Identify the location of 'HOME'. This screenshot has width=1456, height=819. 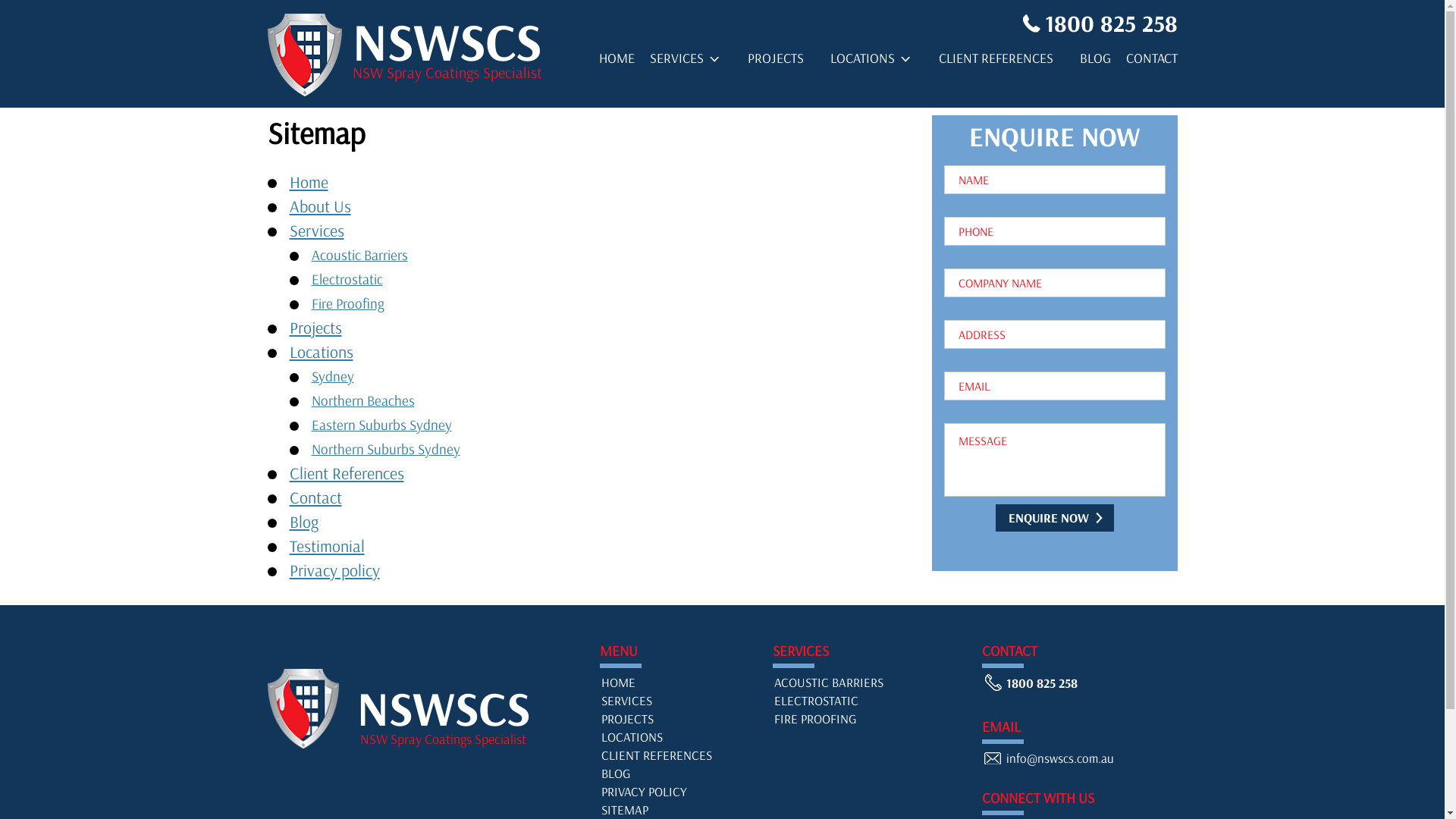
(617, 681).